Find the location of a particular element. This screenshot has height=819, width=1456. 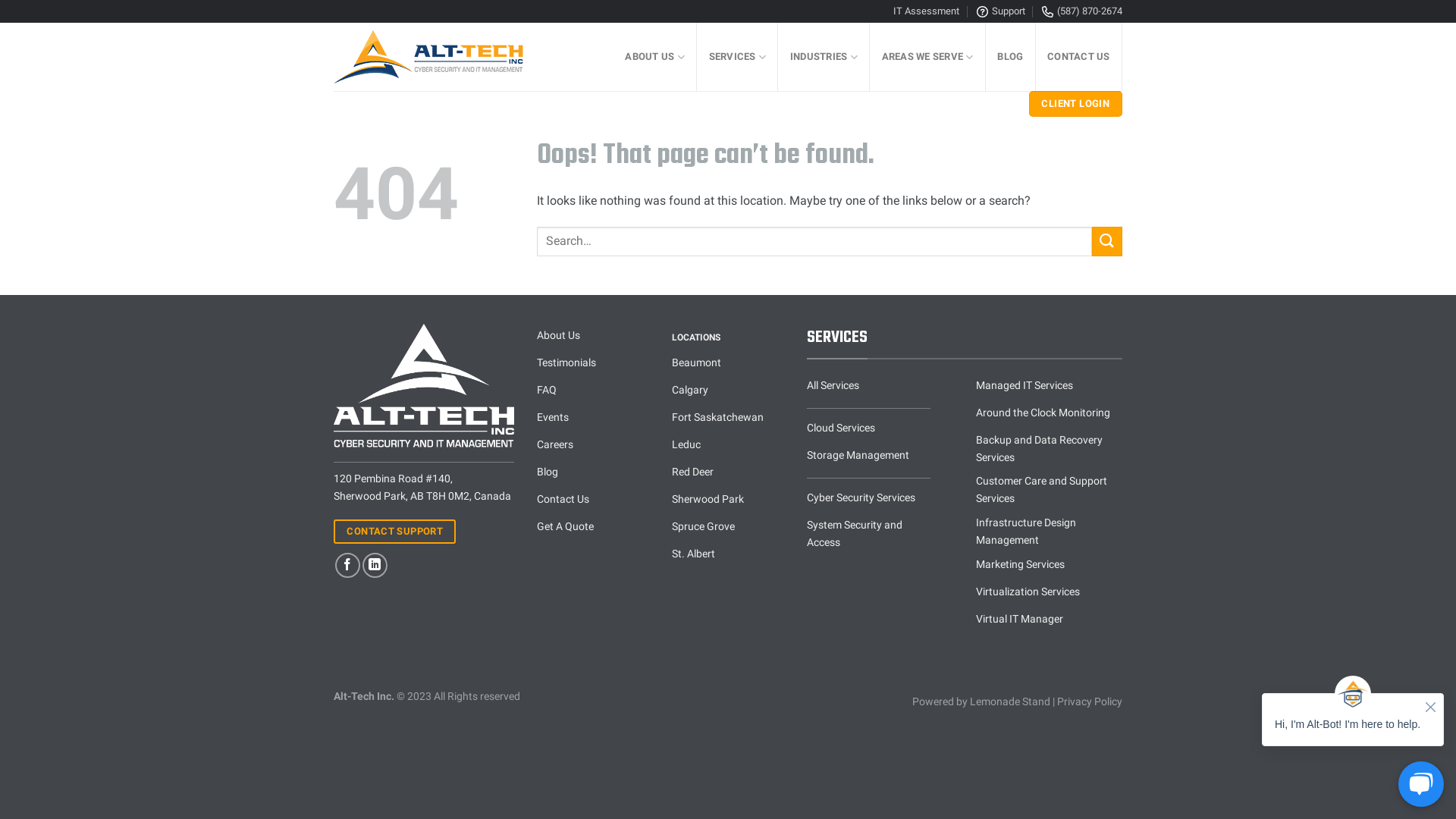

'IT Assessment' is located at coordinates (893, 11).